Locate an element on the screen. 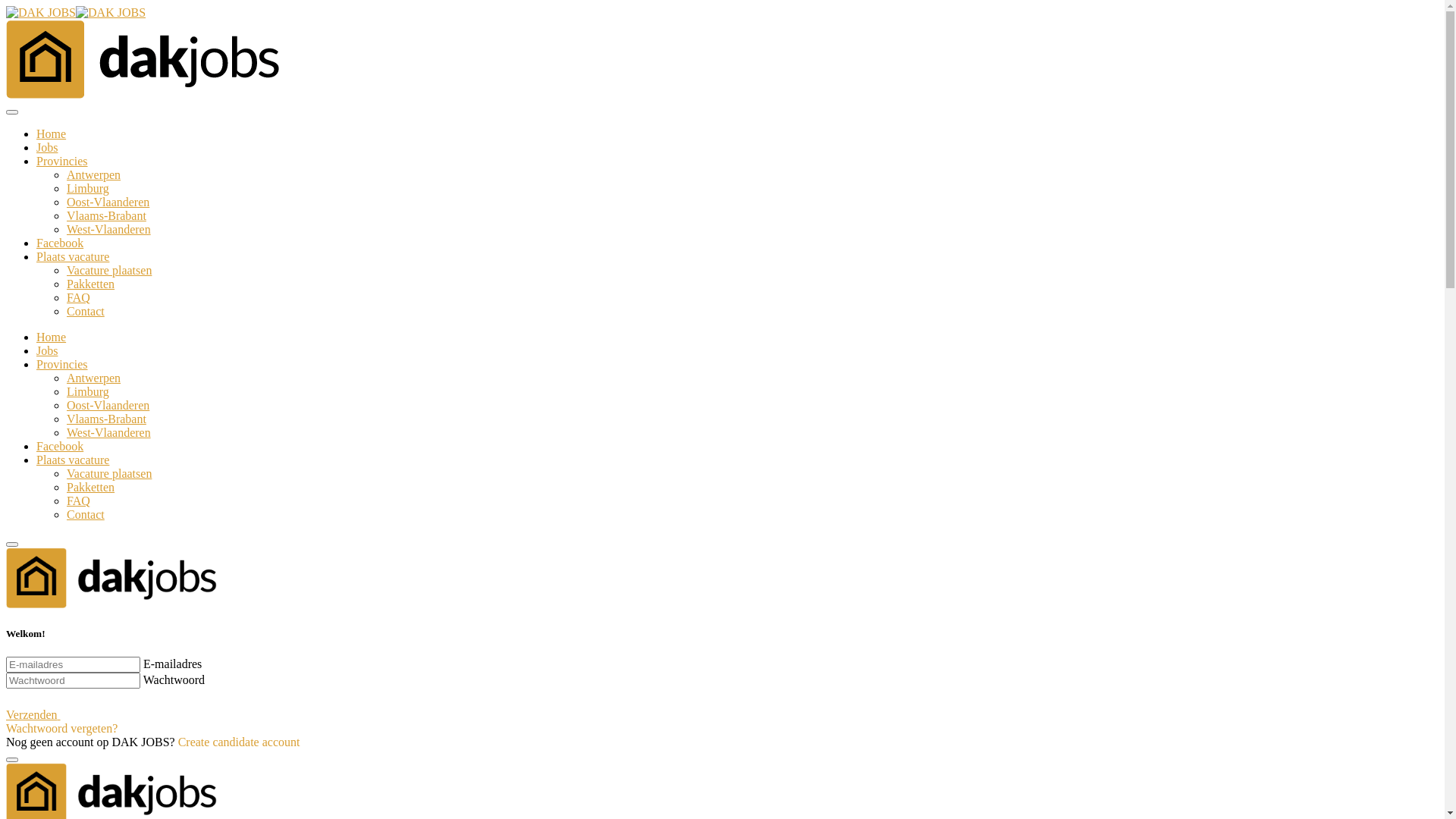  'Vacature plaatsen' is located at coordinates (108, 269).